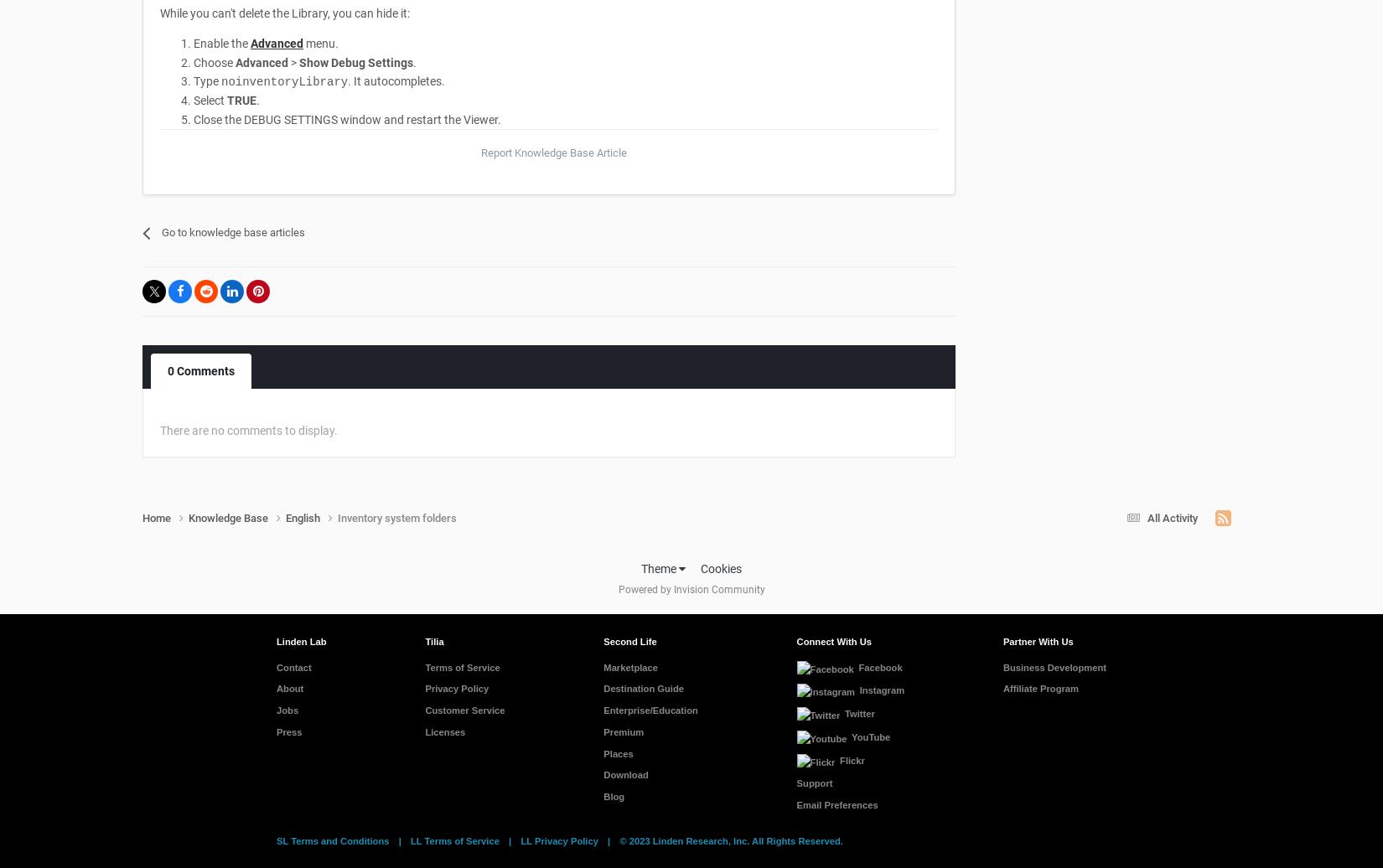 The height and width of the screenshot is (868, 1383). Describe the element at coordinates (249, 430) in the screenshot. I see `'There are no comments to display.'` at that location.